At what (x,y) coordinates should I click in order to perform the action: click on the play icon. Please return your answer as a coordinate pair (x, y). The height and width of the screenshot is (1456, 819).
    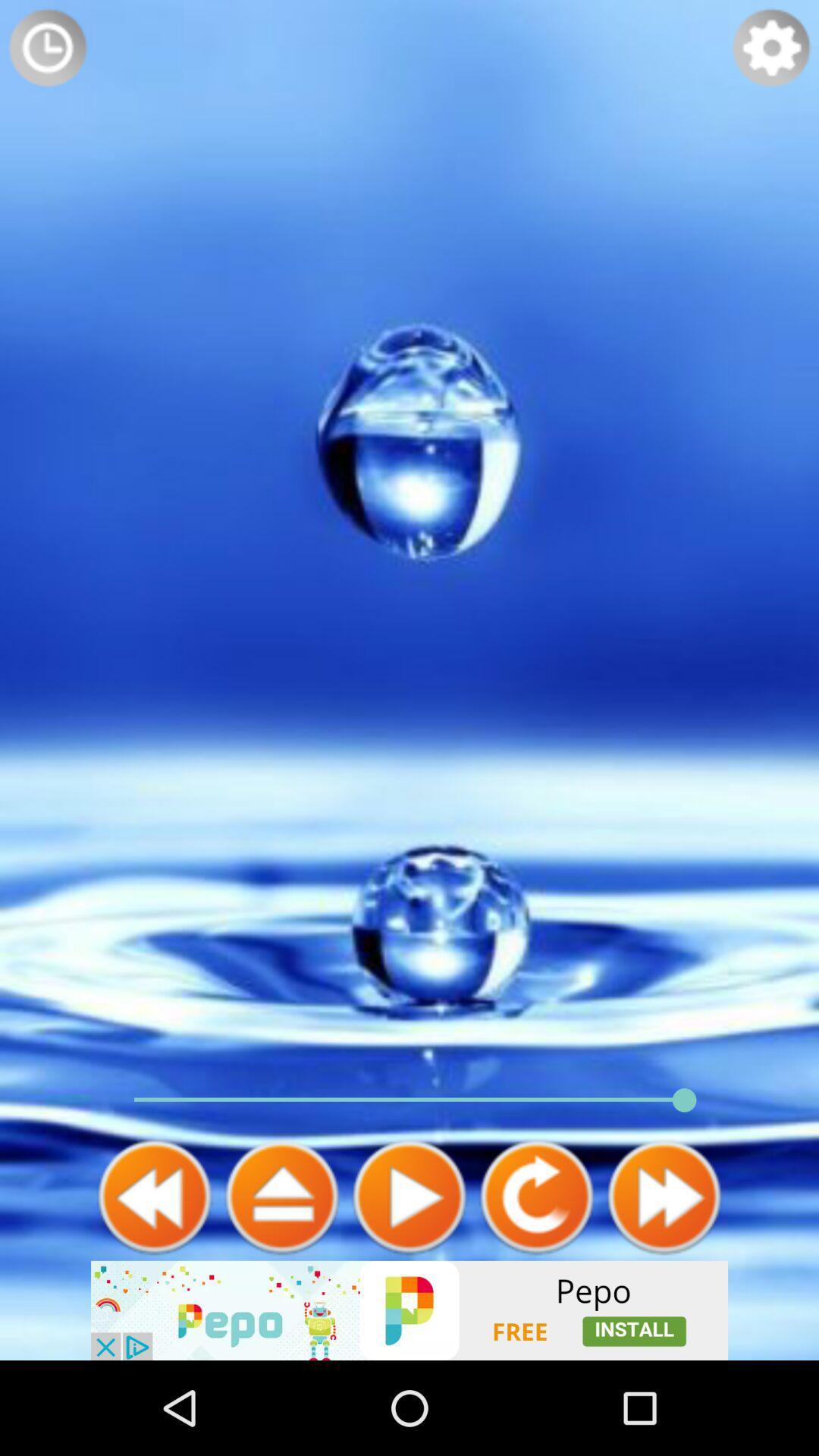
    Looking at the image, I should click on (409, 1280).